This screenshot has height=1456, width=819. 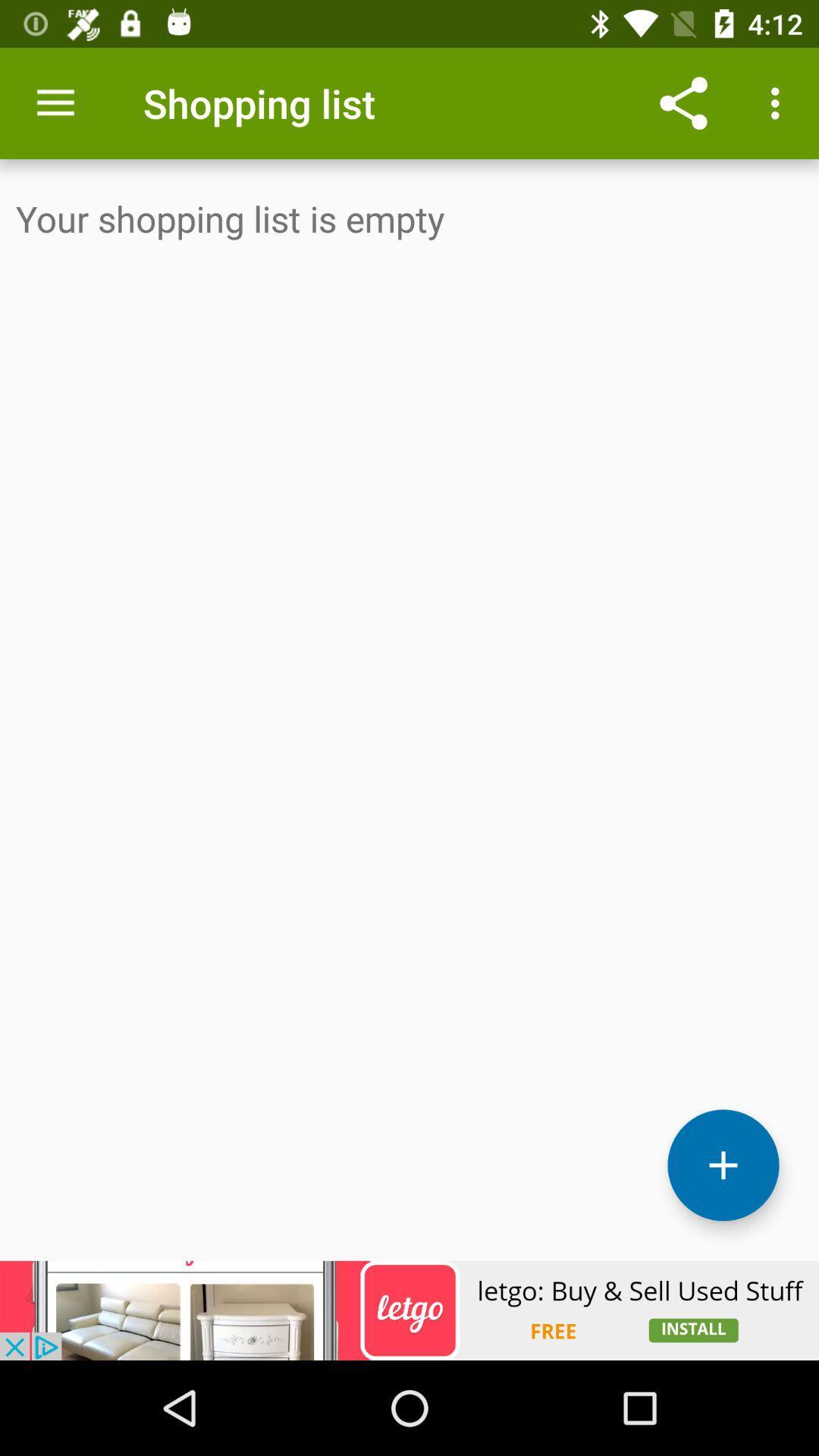 I want to click on the add icon, so click(x=722, y=1164).